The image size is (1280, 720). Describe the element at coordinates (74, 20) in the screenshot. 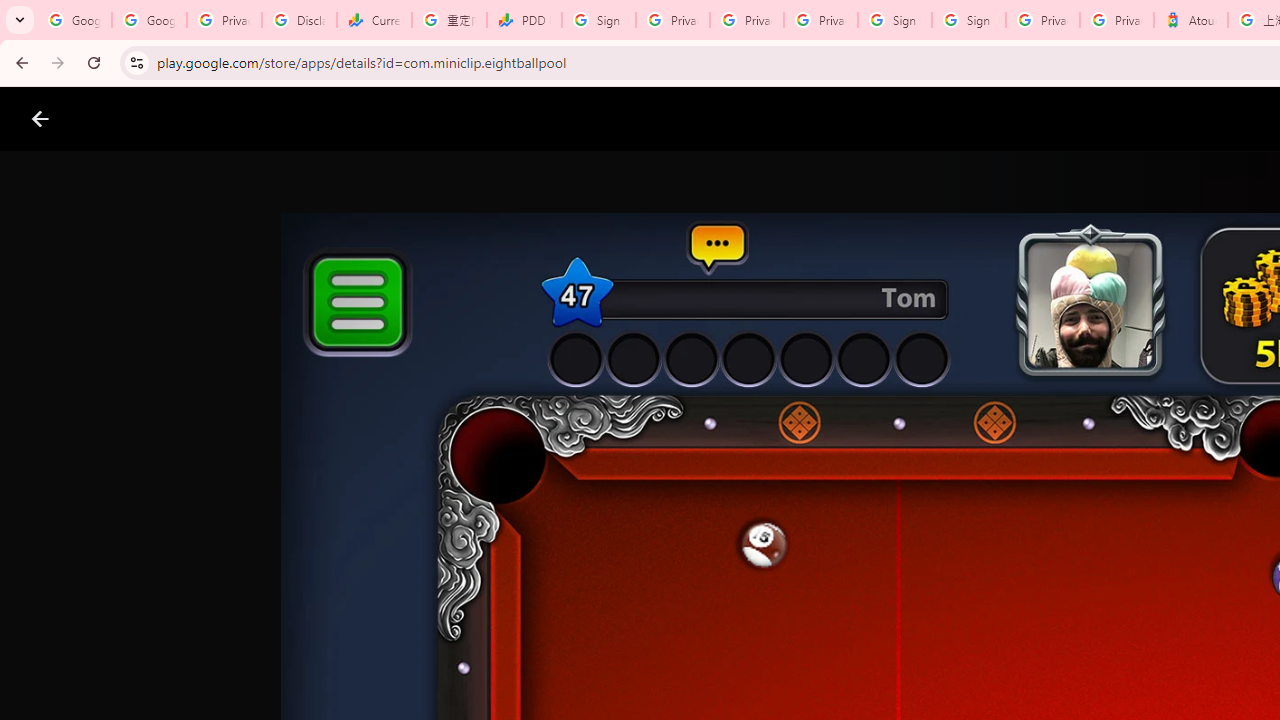

I see `'Google Workspace Admin Community'` at that location.